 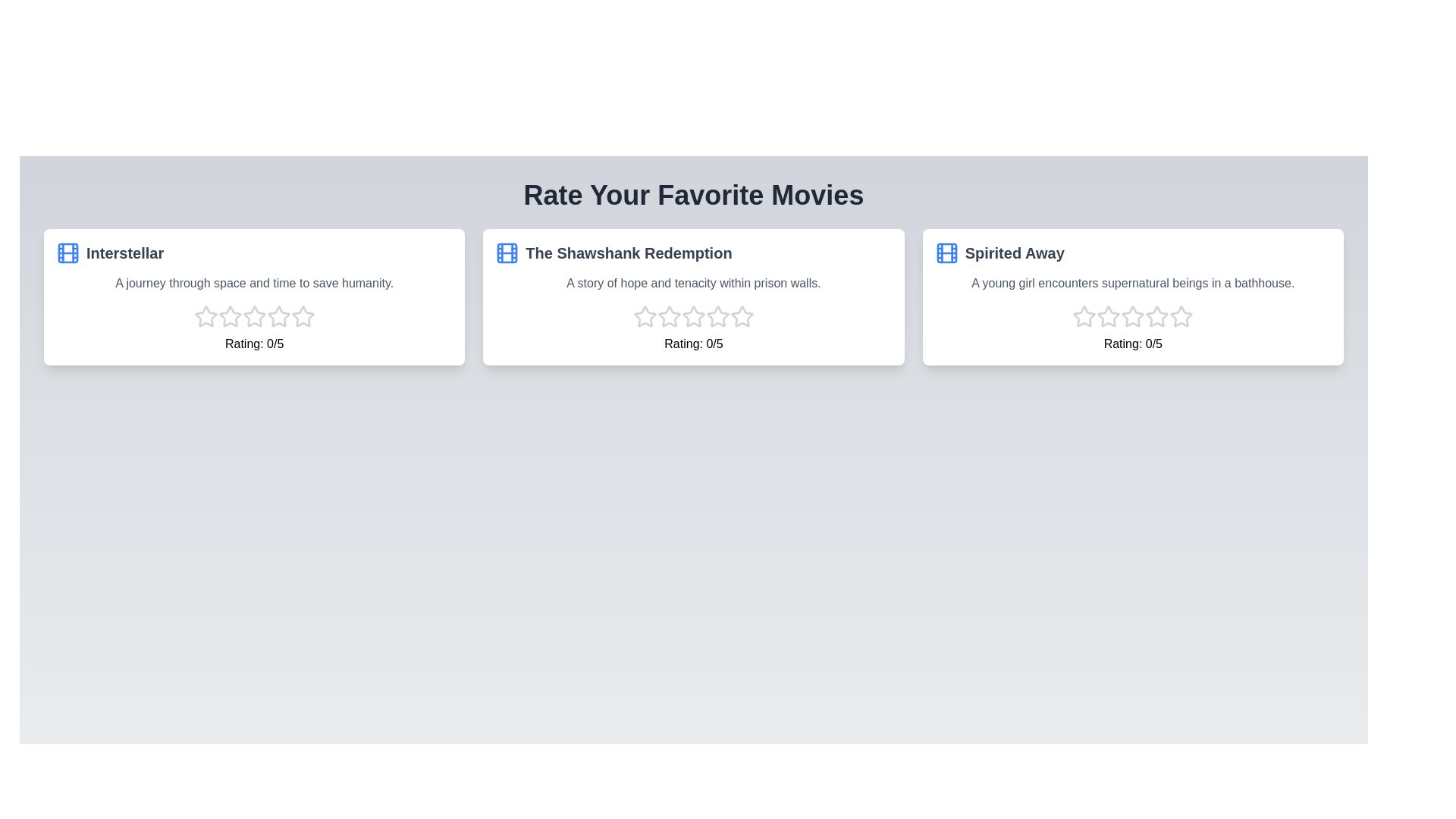 What do you see at coordinates (693, 315) in the screenshot?
I see `the star corresponding to the 3 rating for the movie The Shawshank Redemption` at bounding box center [693, 315].